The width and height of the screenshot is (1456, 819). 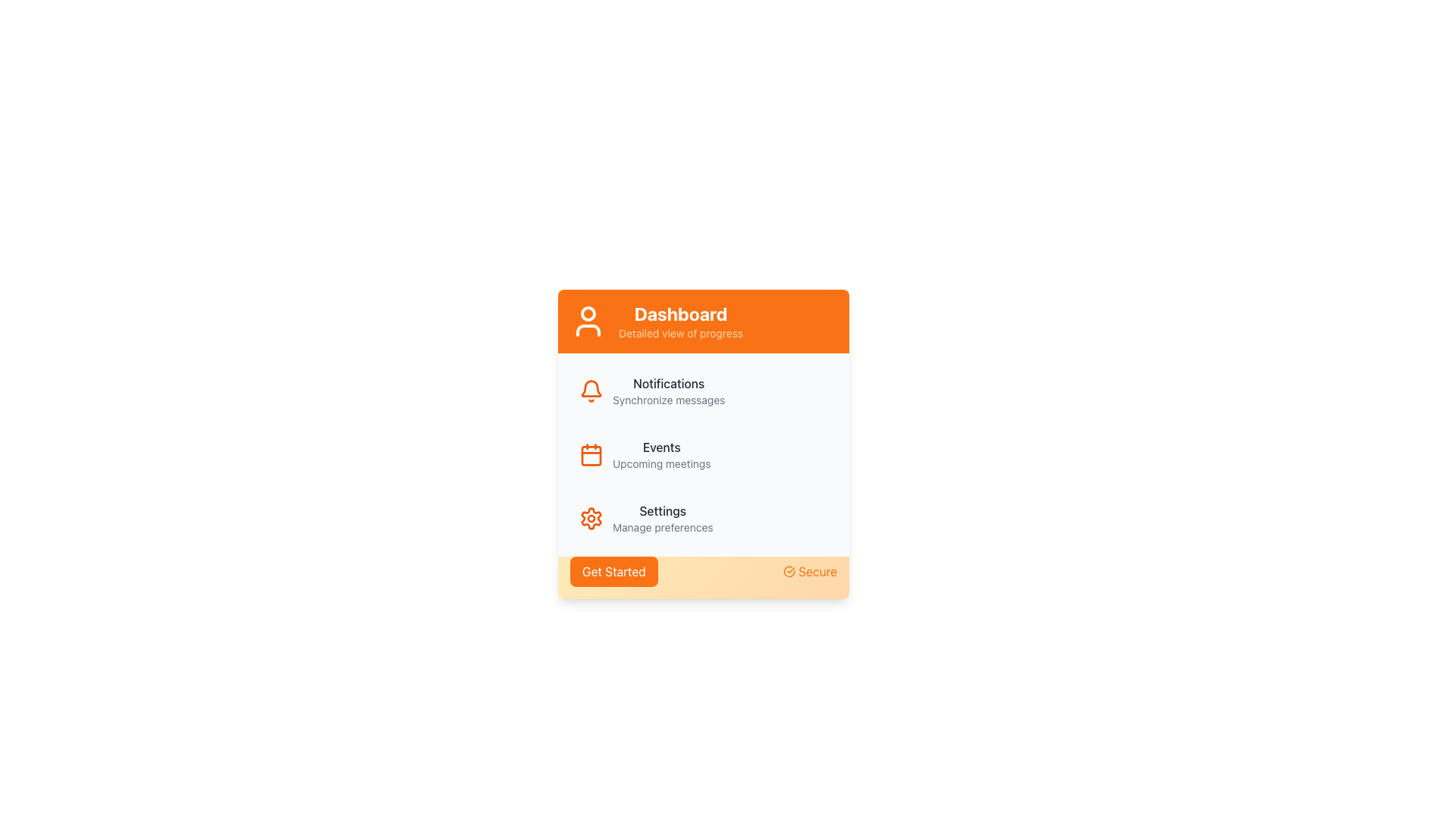 I want to click on the security confirmation label located at the bottom-right corner of the card interface, next to the checkmark icon, so click(x=817, y=571).